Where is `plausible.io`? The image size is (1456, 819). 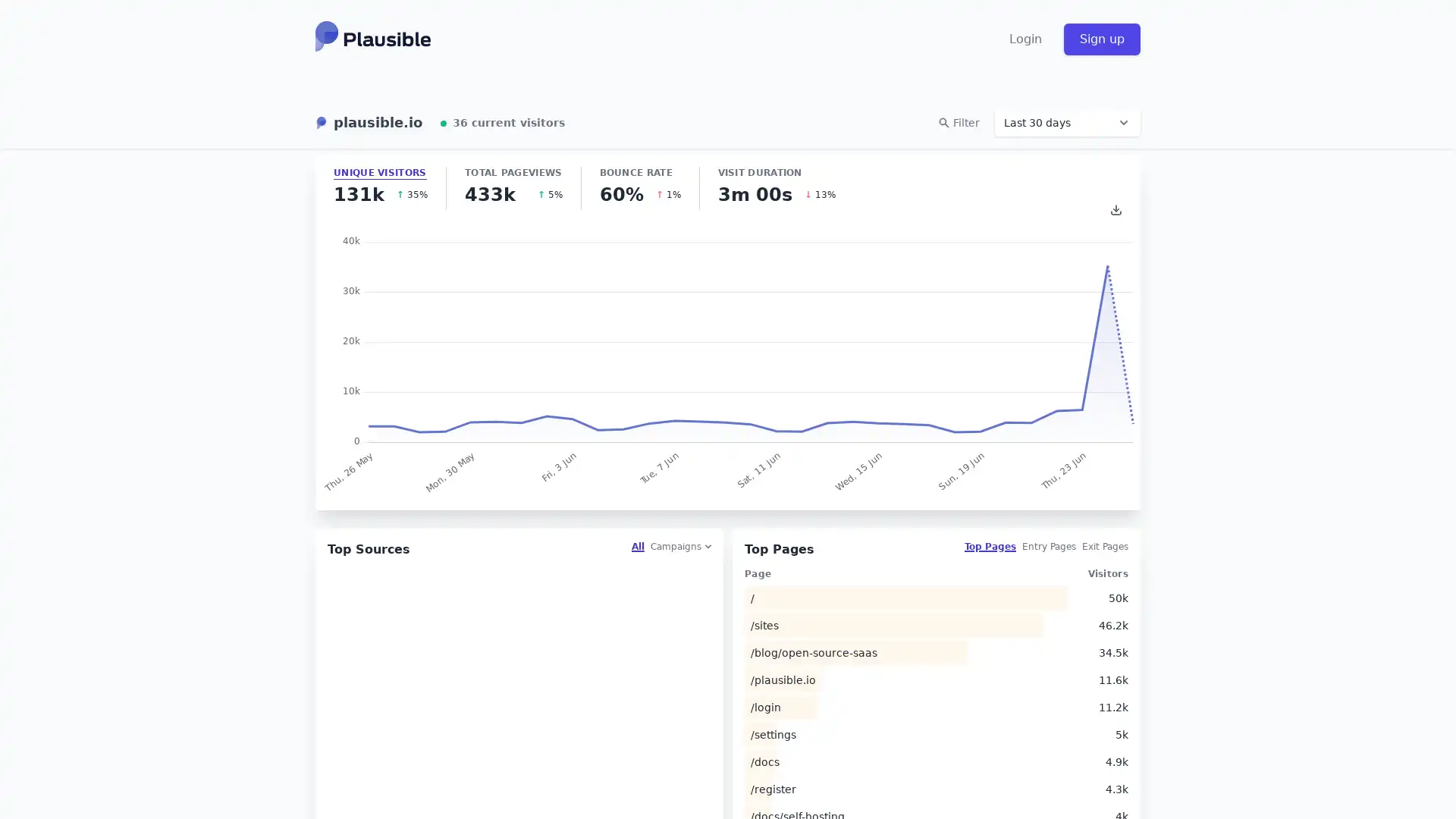 plausible.io is located at coordinates (369, 122).